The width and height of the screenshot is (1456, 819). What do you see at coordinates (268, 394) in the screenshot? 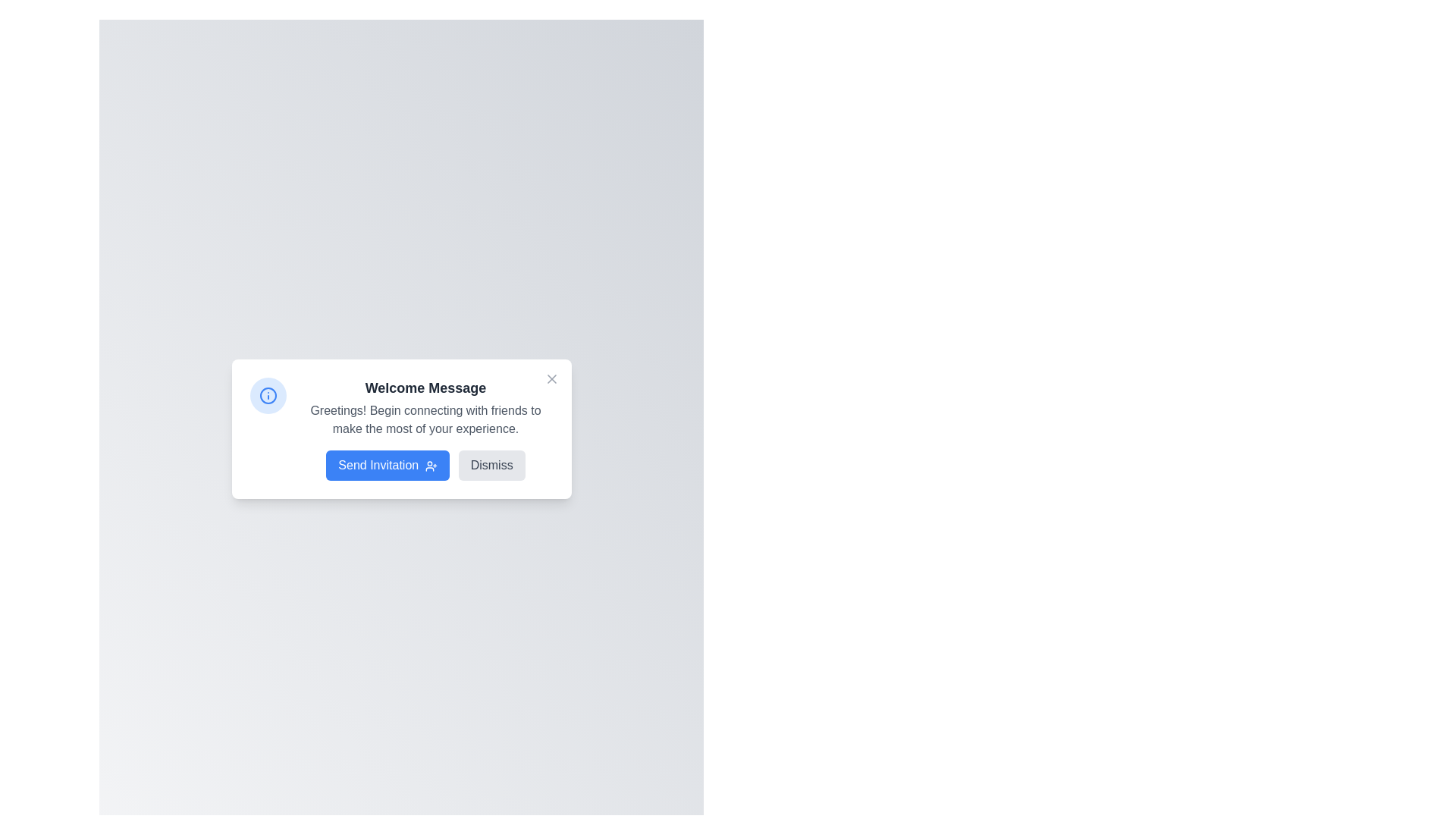
I see `the circular blue icon featuring an outline and a small dot, located to the left of the 'Welcome Message' section` at bounding box center [268, 394].